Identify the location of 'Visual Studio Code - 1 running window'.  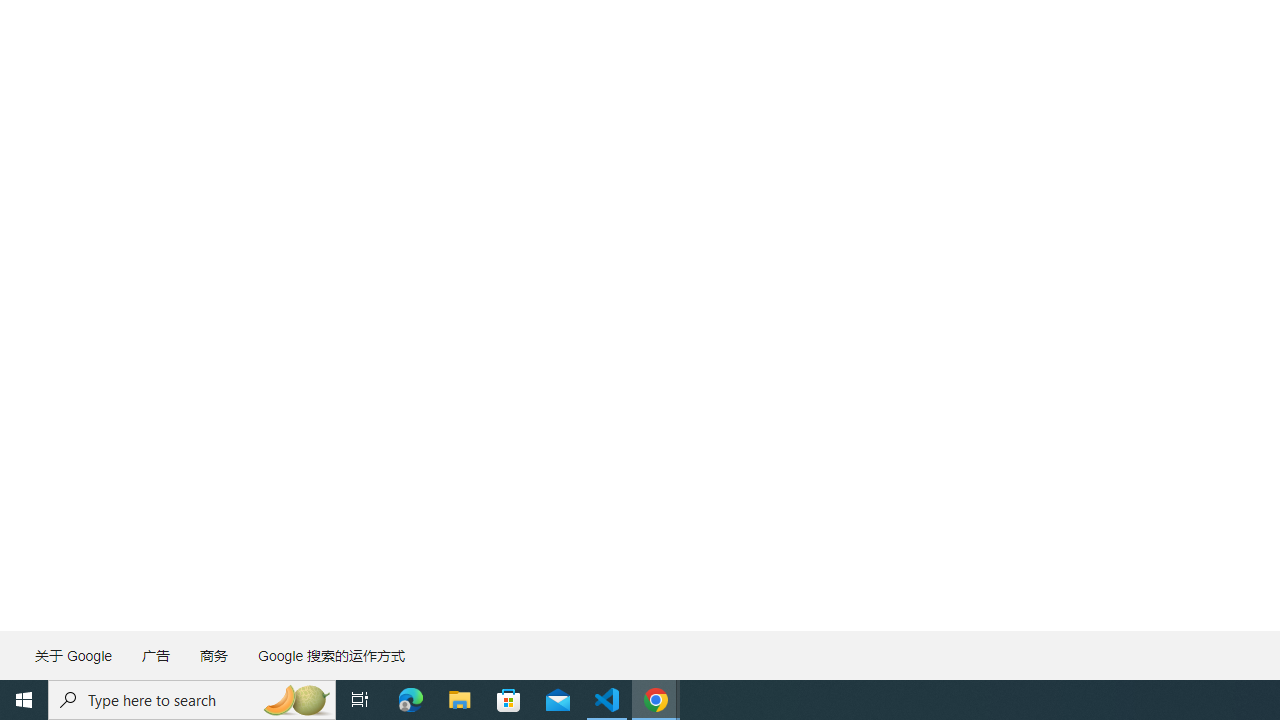
(606, 698).